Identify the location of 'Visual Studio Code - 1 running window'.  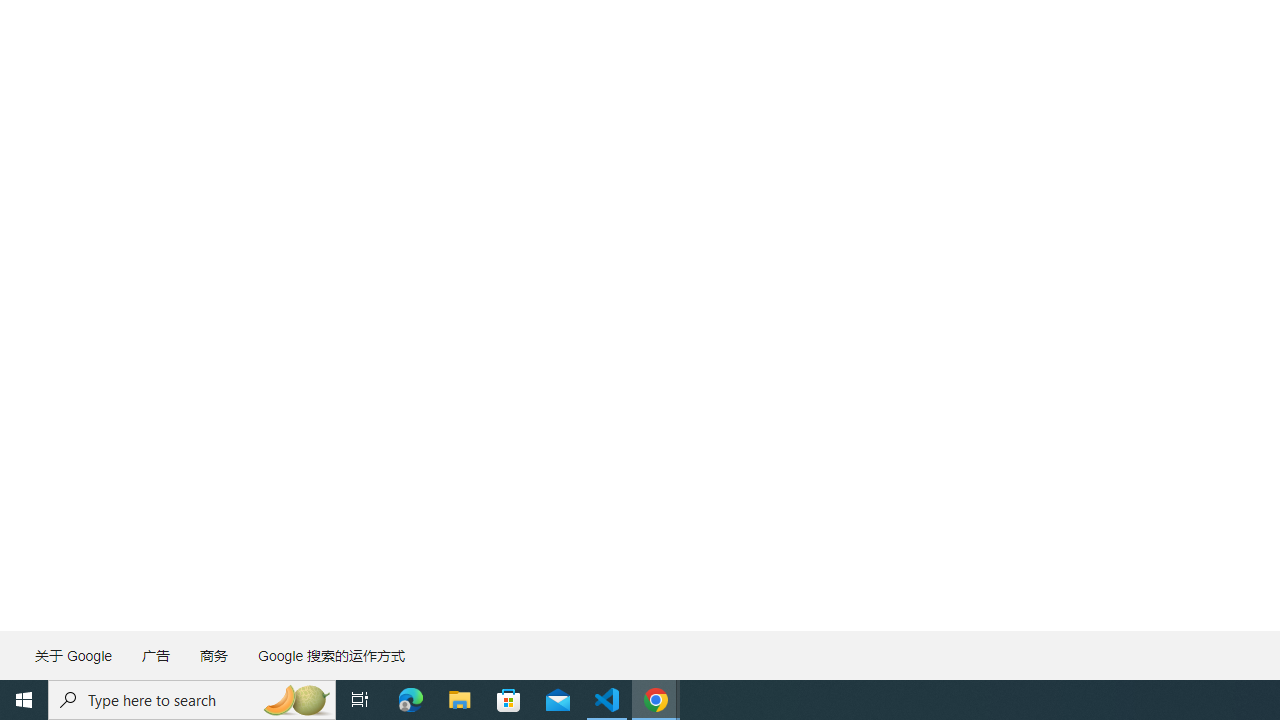
(606, 698).